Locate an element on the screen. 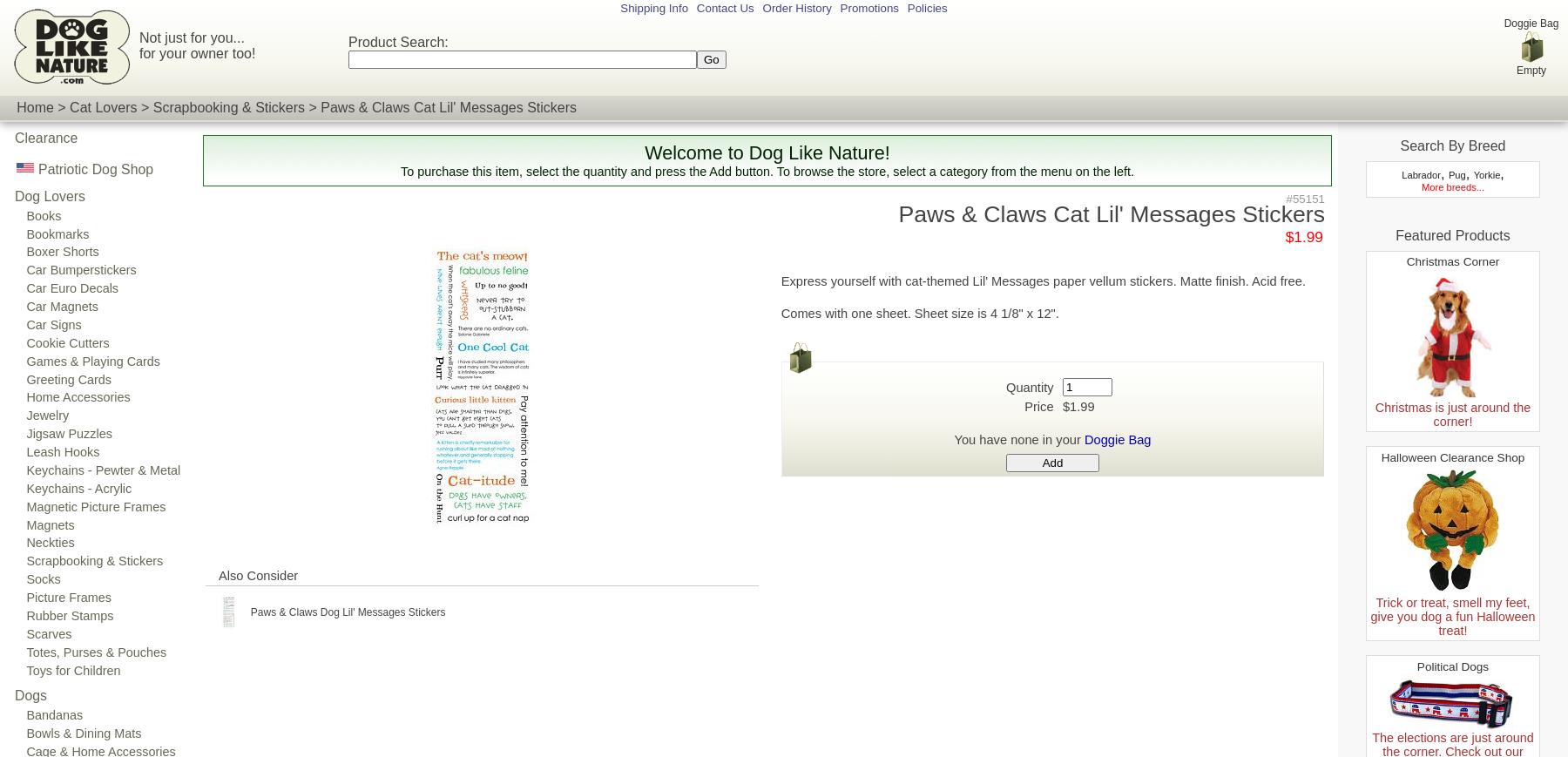 Image resolution: width=1568 pixels, height=757 pixels. 'More breeds...' is located at coordinates (1451, 186).